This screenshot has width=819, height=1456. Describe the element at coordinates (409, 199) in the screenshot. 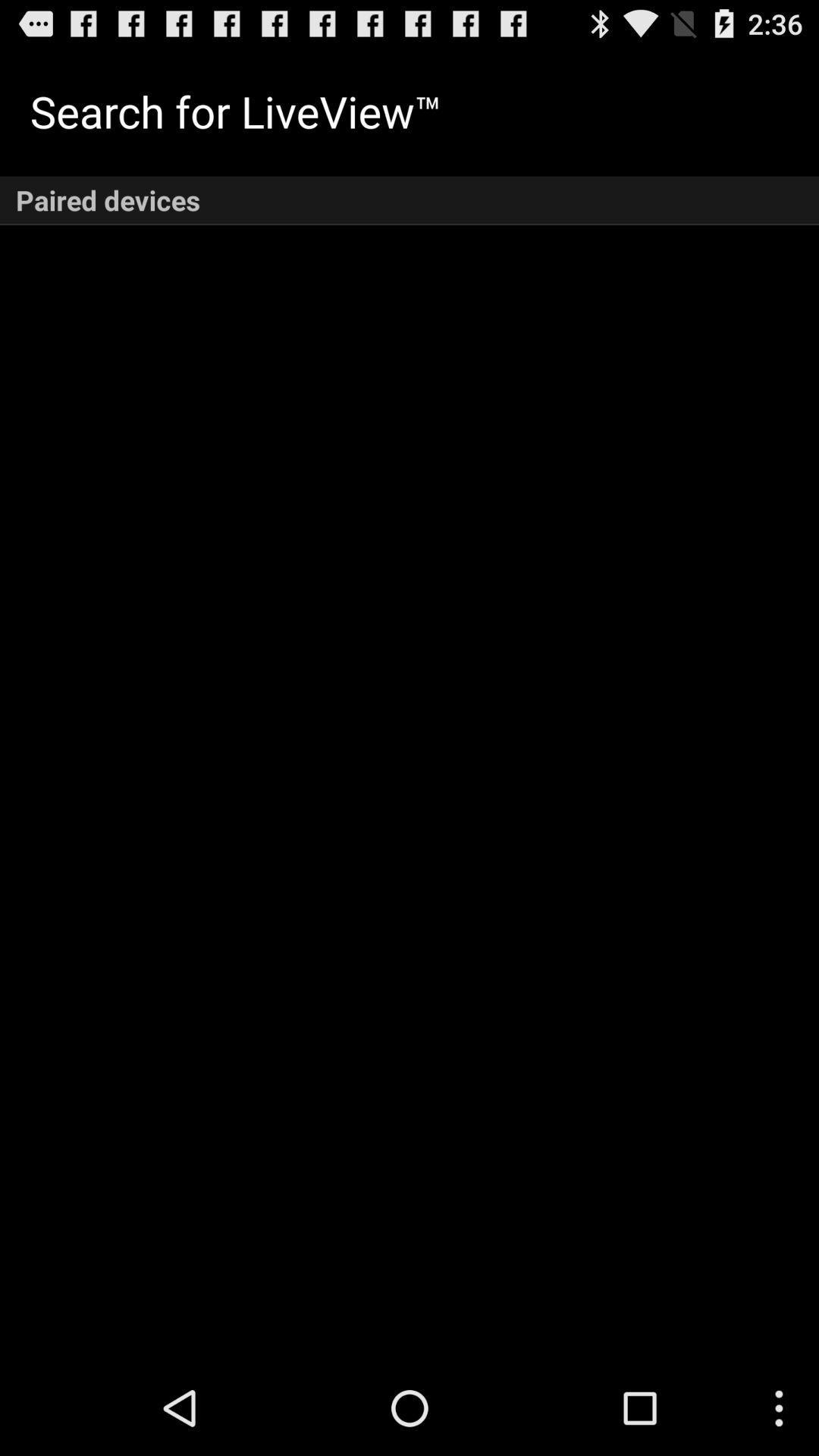

I see `app at the top` at that location.